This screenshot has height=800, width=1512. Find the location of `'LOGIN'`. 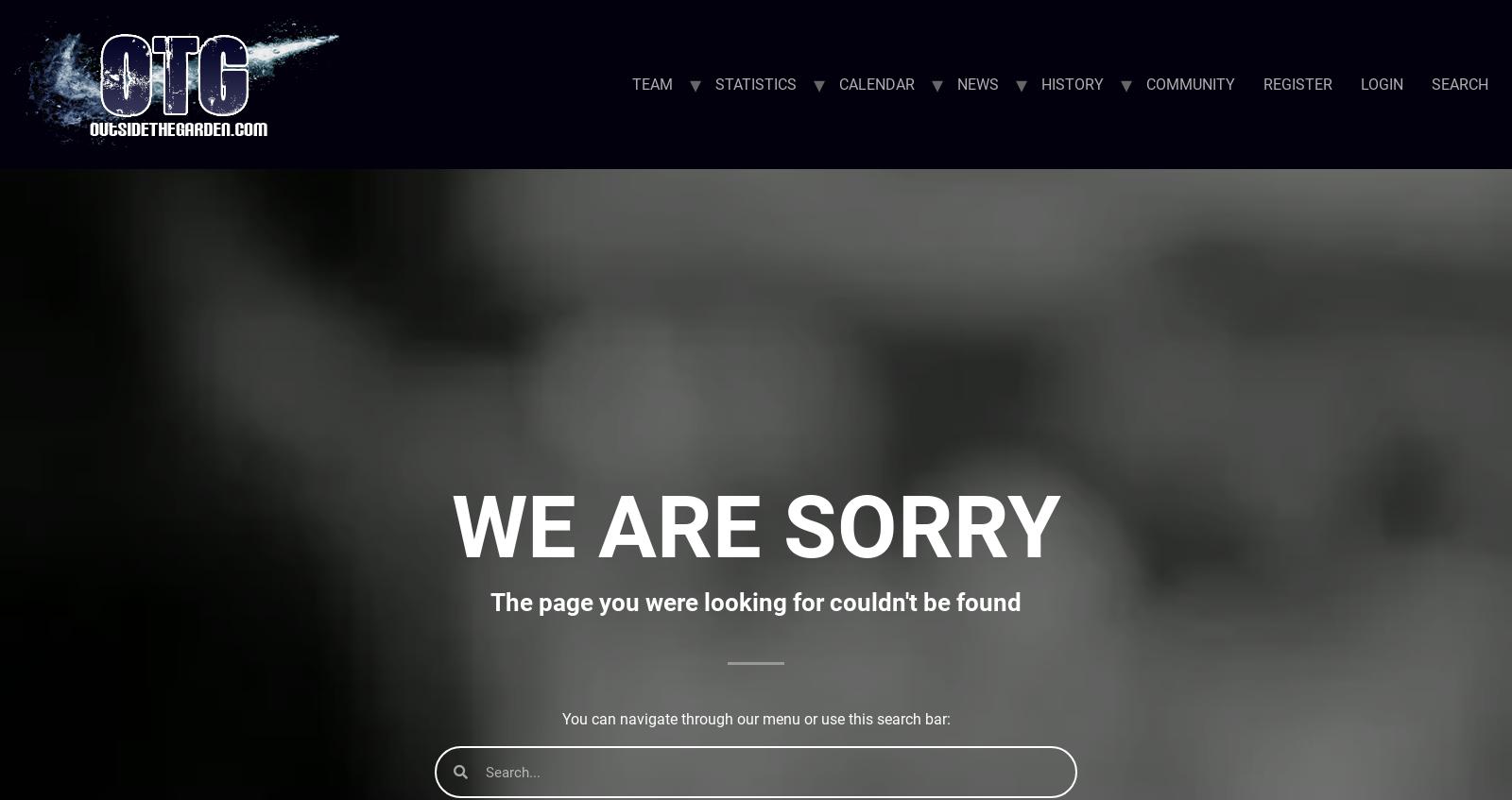

'LOGIN' is located at coordinates (1382, 83).